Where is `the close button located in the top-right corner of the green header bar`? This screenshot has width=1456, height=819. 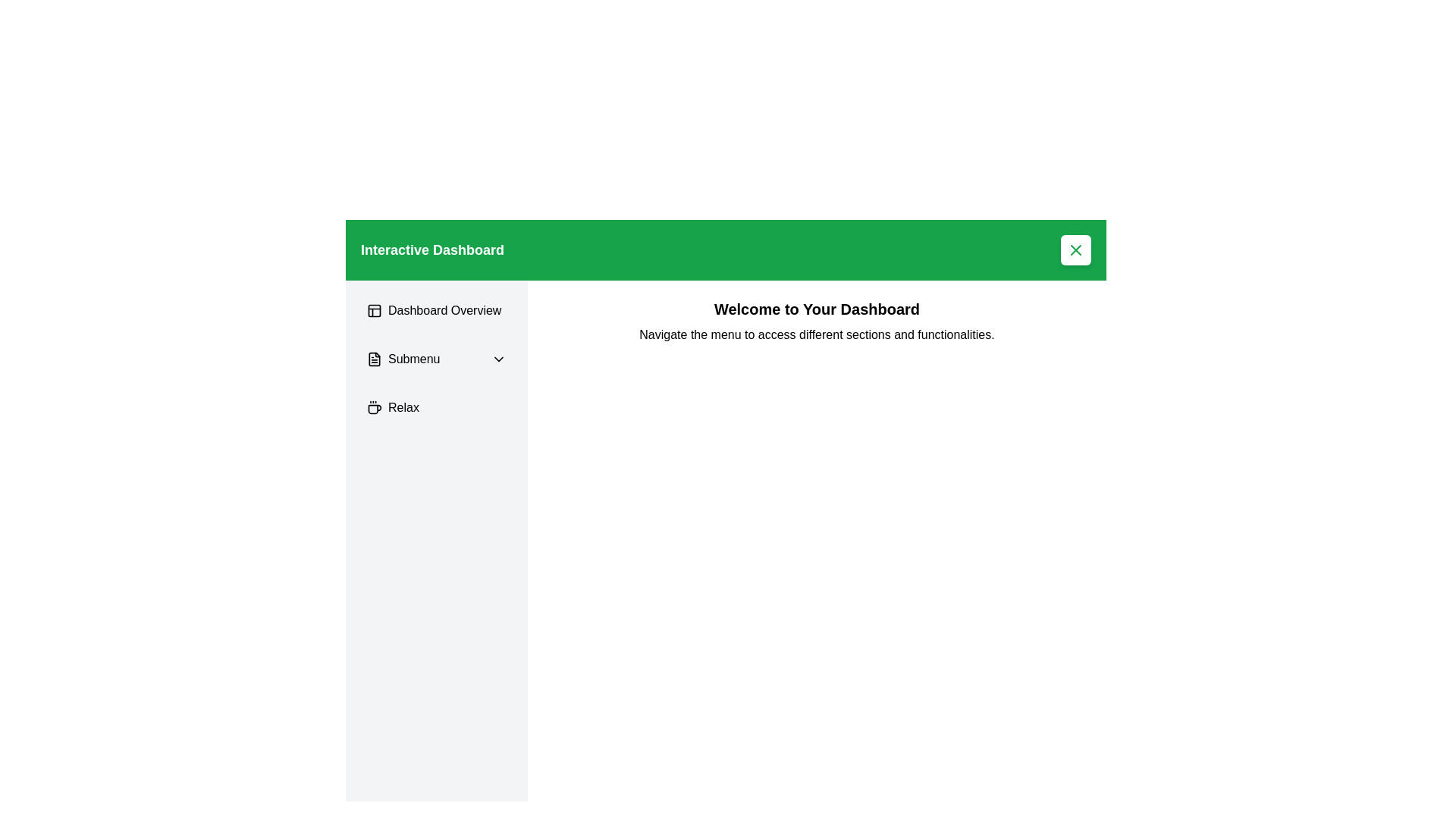
the close button located in the top-right corner of the green header bar is located at coordinates (1075, 249).